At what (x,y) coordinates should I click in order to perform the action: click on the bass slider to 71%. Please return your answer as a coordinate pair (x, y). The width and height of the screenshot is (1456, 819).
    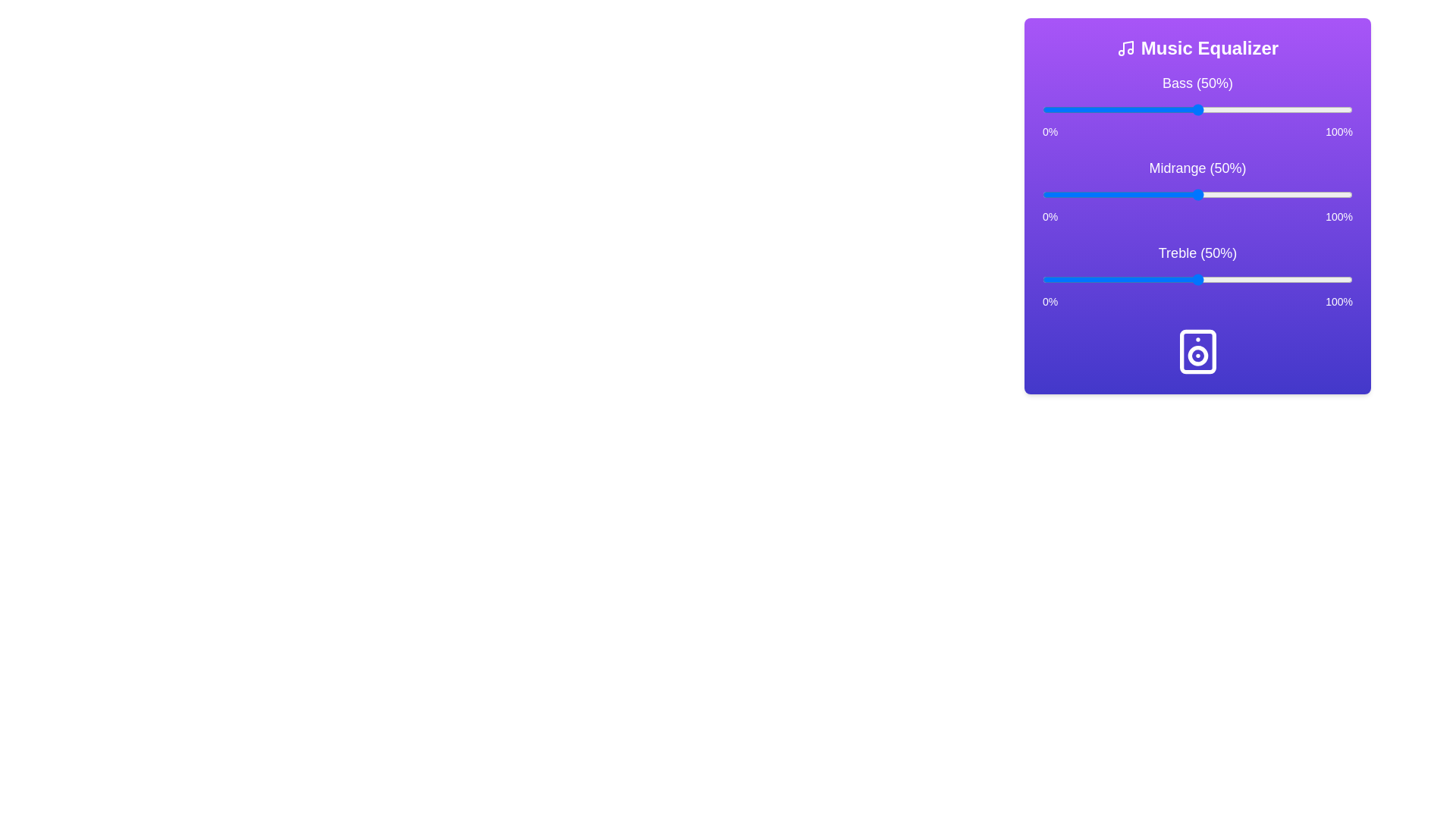
    Looking at the image, I should click on (1263, 109).